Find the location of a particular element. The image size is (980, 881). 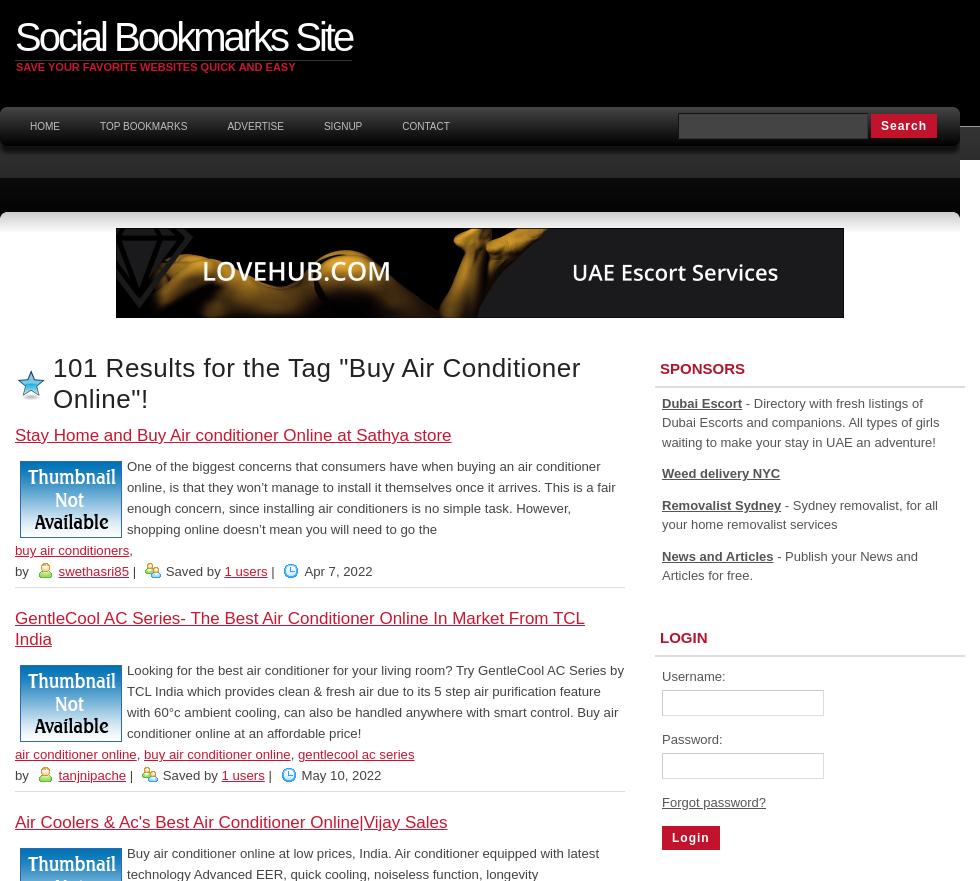

'Sponsors' is located at coordinates (702, 367).